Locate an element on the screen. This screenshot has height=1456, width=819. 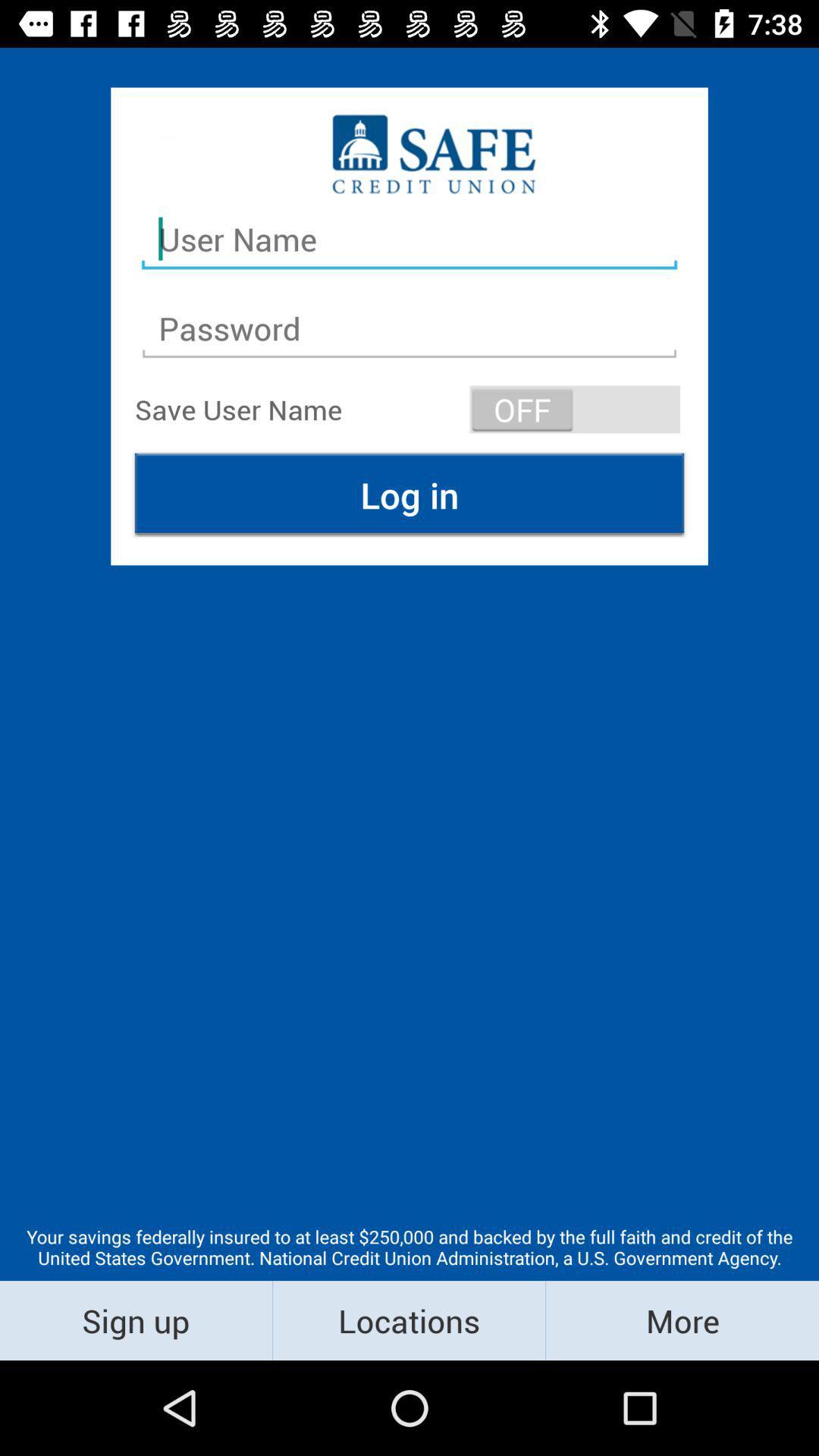
item to the right of the locations item is located at coordinates (681, 1319).